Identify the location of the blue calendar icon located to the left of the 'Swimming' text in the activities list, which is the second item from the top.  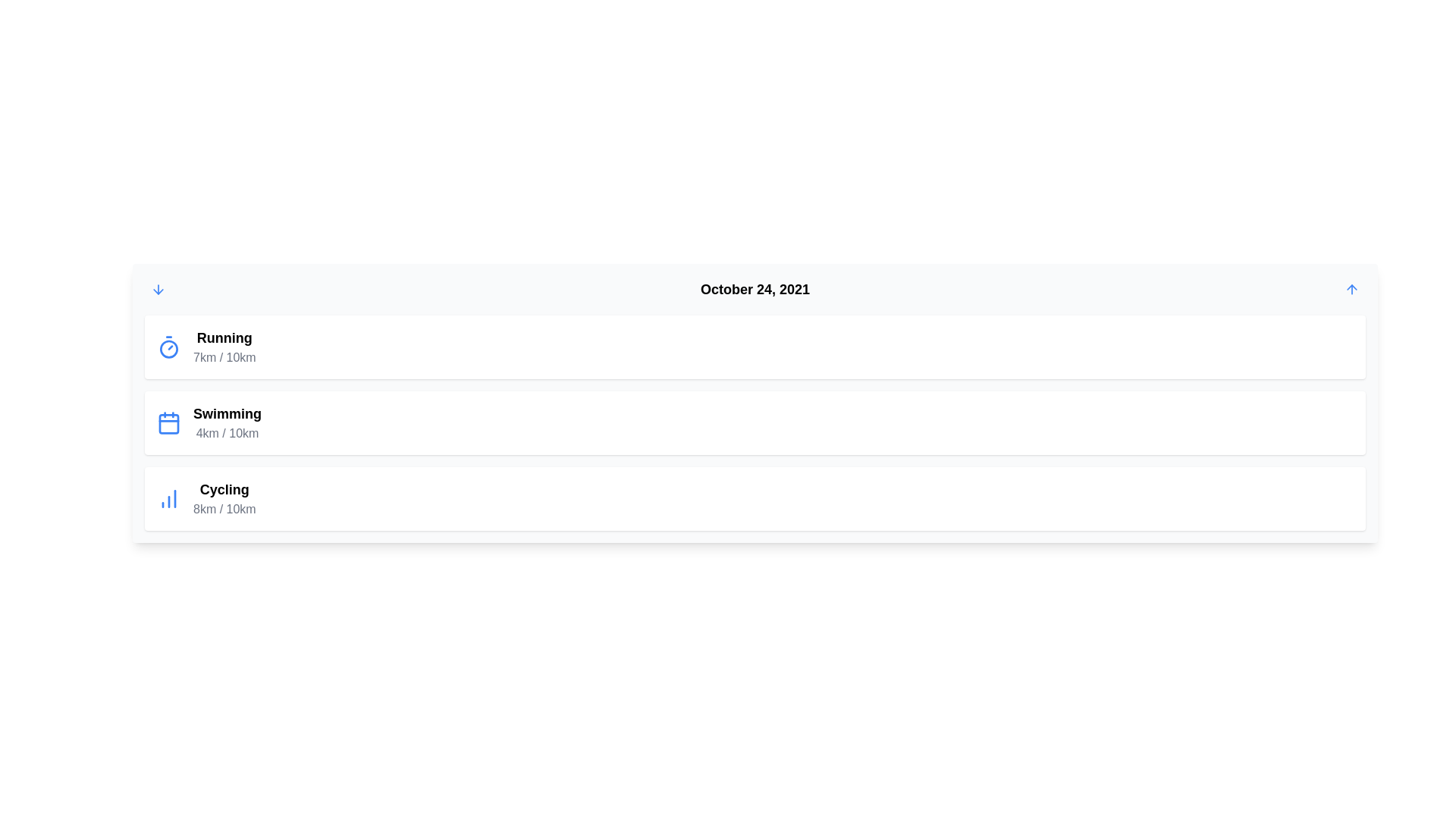
(168, 423).